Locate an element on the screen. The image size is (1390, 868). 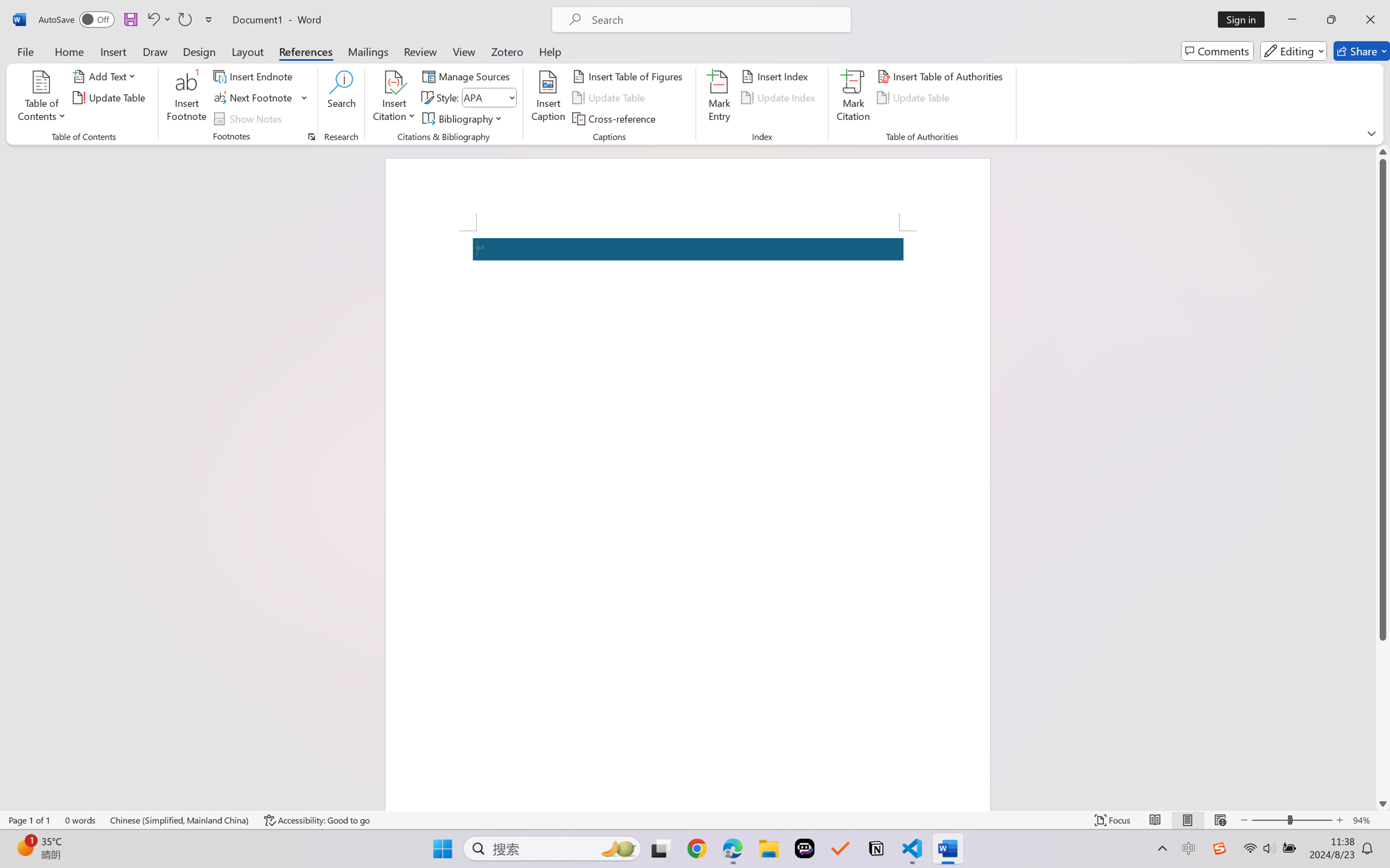
'Language Chinese (Simplified, Mainland China)' is located at coordinates (180, 820).